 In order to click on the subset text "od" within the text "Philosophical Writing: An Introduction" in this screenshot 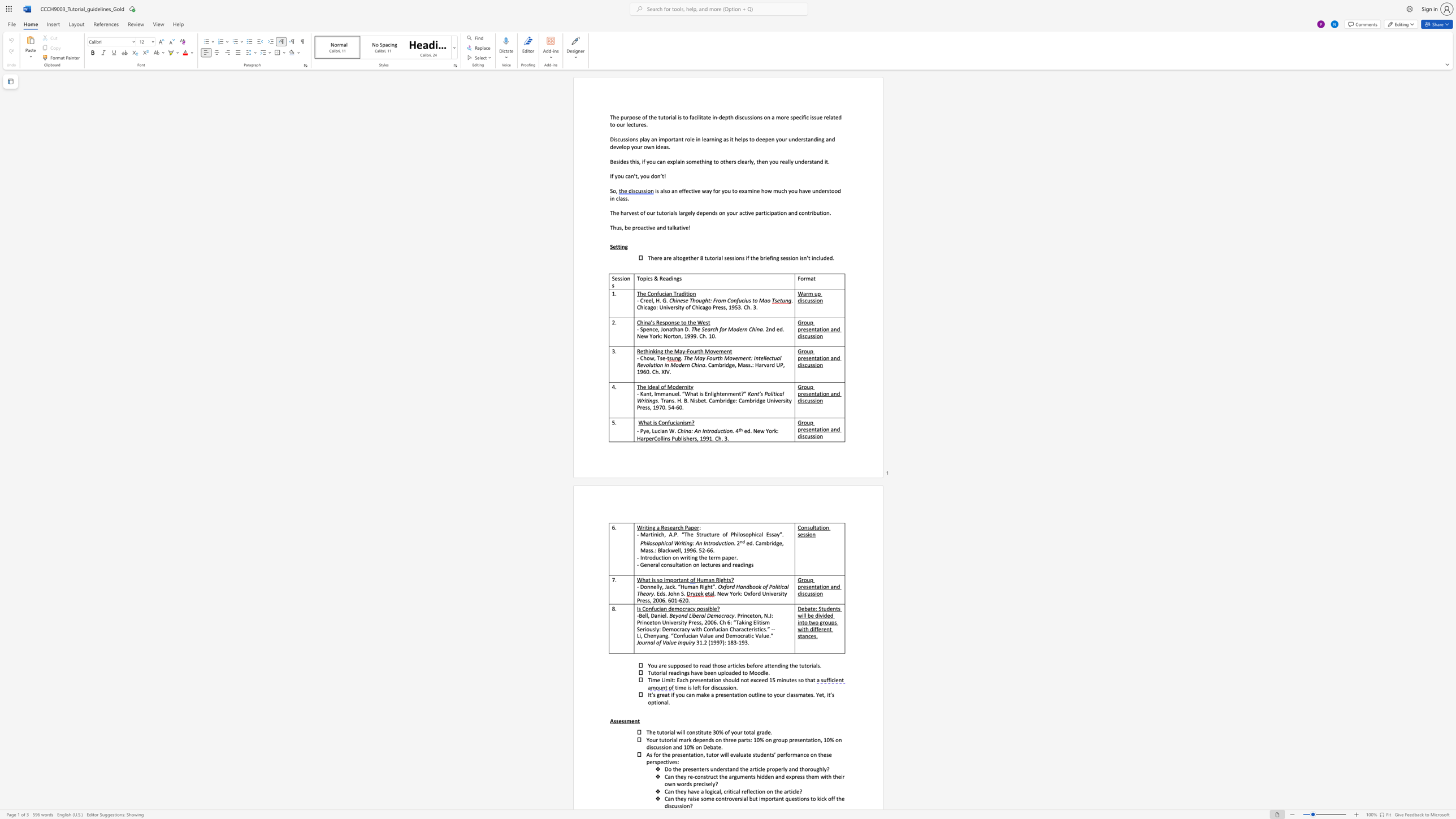, I will do `click(711, 543)`.